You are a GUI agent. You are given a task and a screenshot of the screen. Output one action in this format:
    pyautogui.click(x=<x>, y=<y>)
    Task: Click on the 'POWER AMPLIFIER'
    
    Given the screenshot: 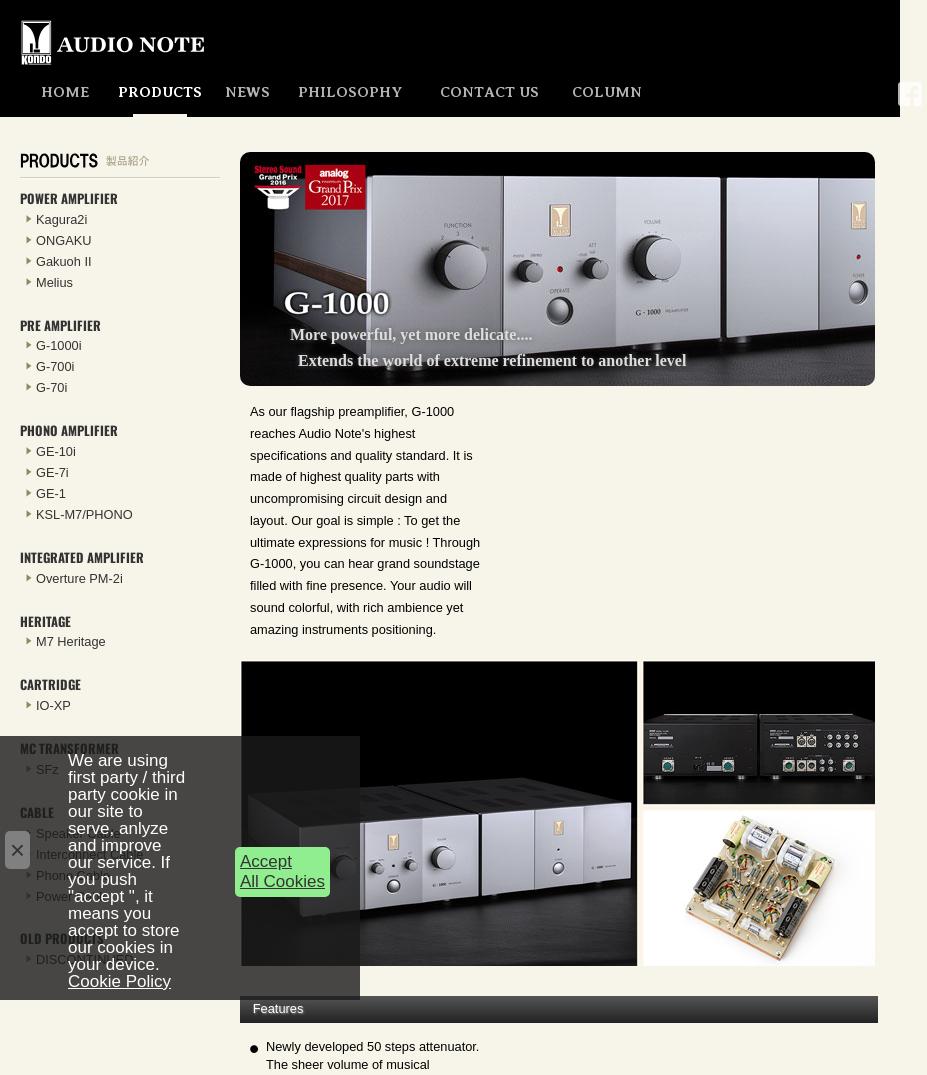 What is the action you would take?
    pyautogui.click(x=19, y=197)
    